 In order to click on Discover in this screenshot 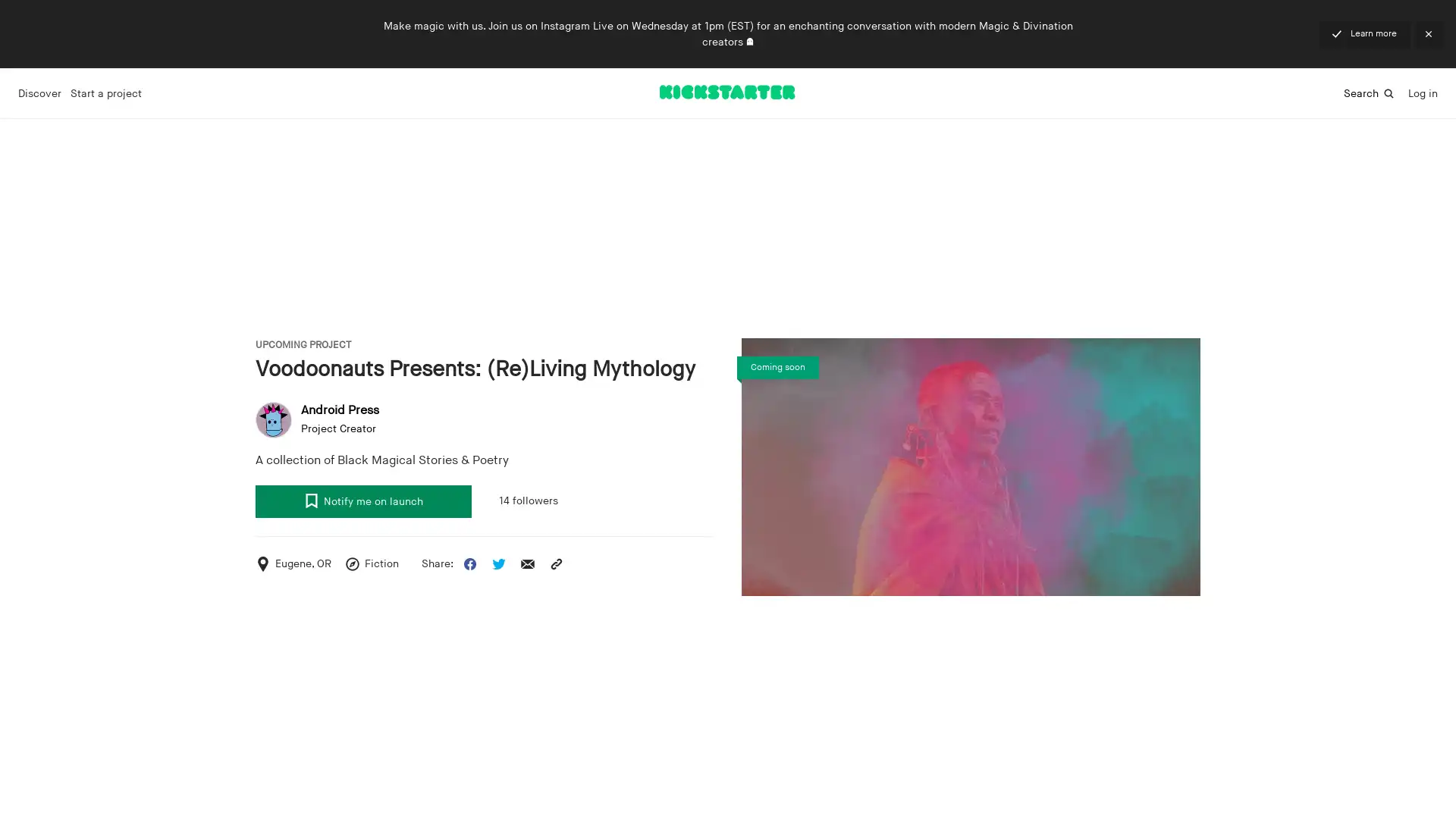, I will do `click(39, 93)`.